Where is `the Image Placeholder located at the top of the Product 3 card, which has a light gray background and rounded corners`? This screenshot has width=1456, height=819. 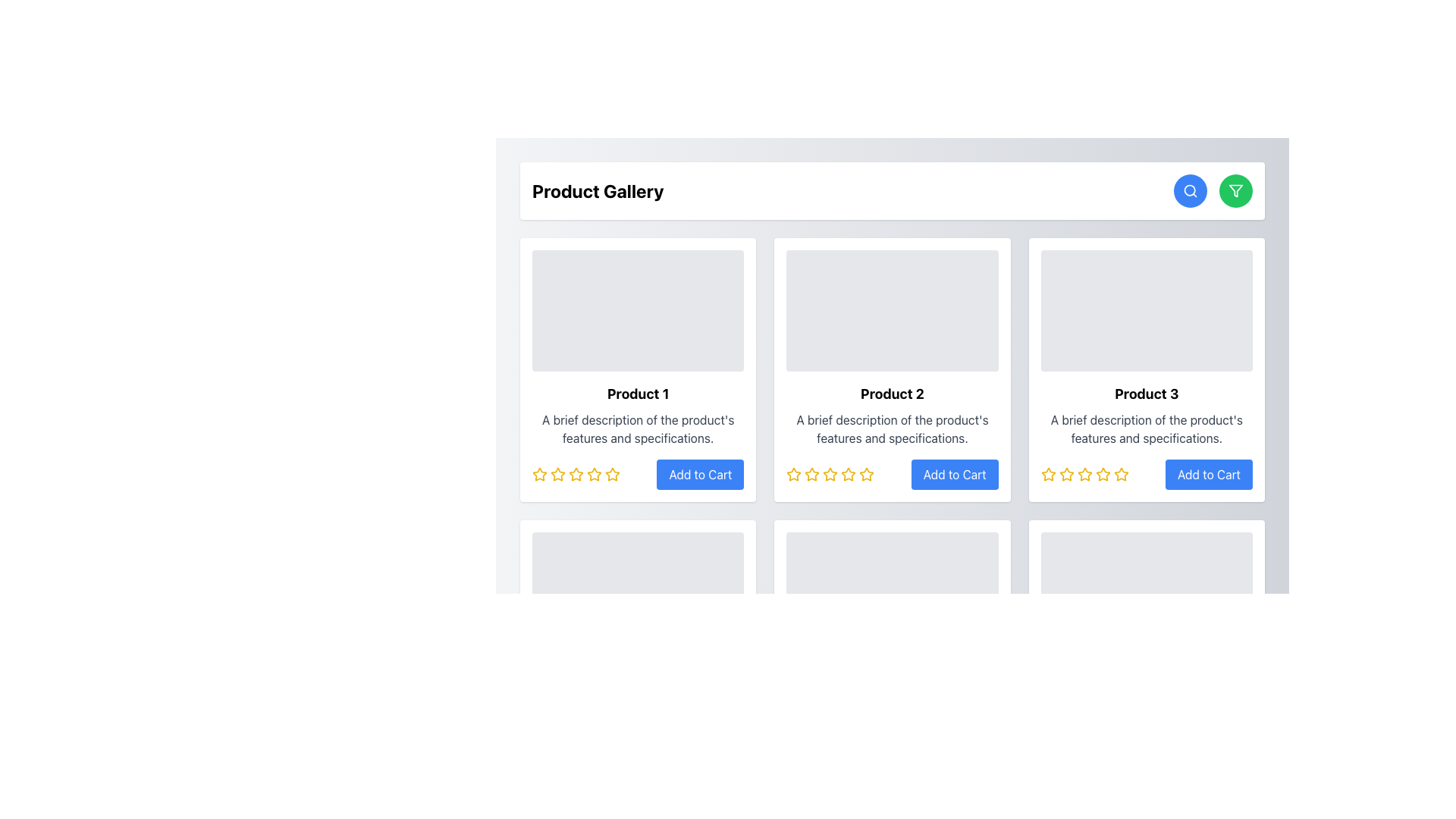
the Image Placeholder located at the top of the Product 3 card, which has a light gray background and rounded corners is located at coordinates (1147, 309).